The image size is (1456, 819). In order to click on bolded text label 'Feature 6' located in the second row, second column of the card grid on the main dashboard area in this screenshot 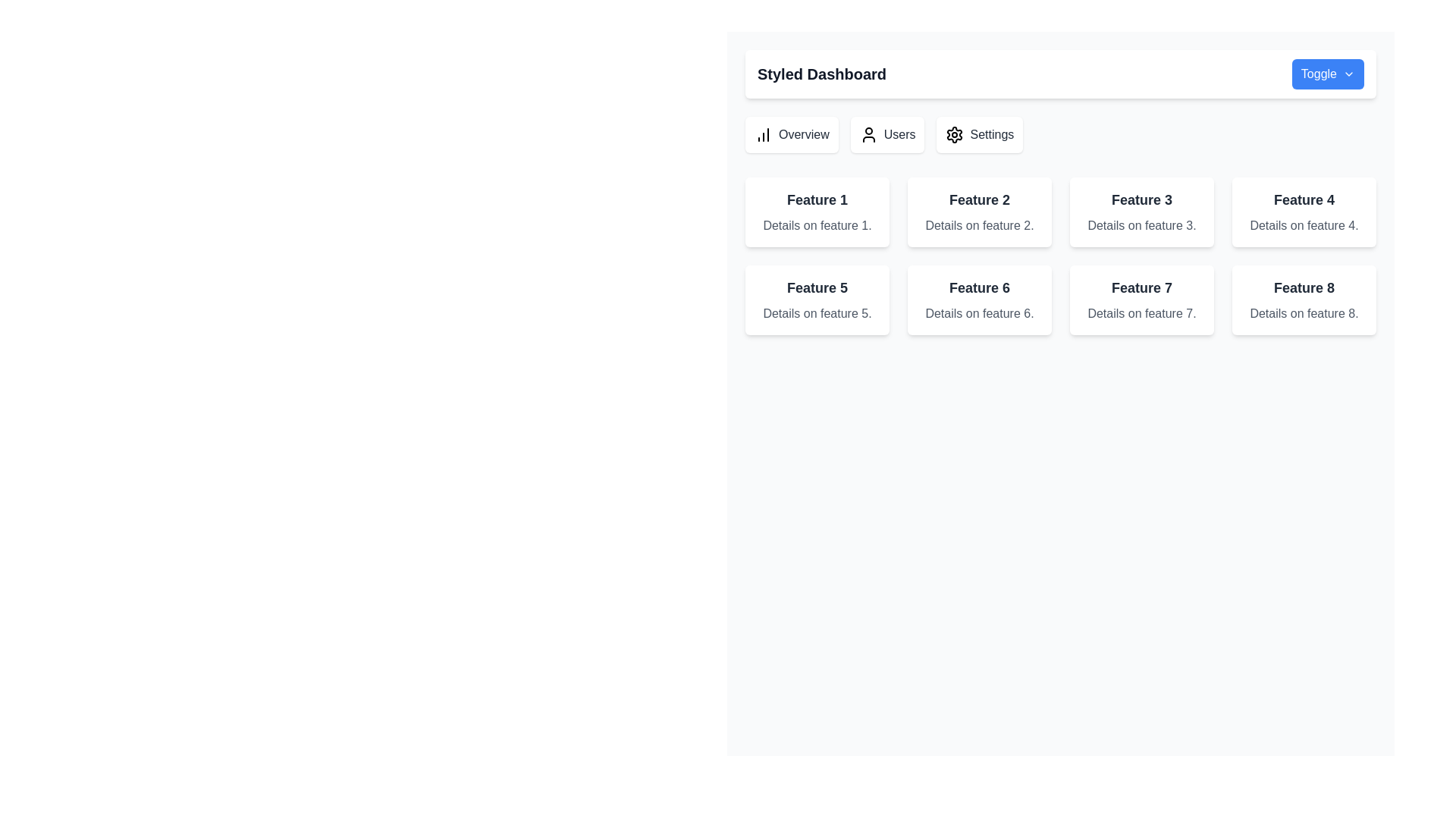, I will do `click(979, 288)`.